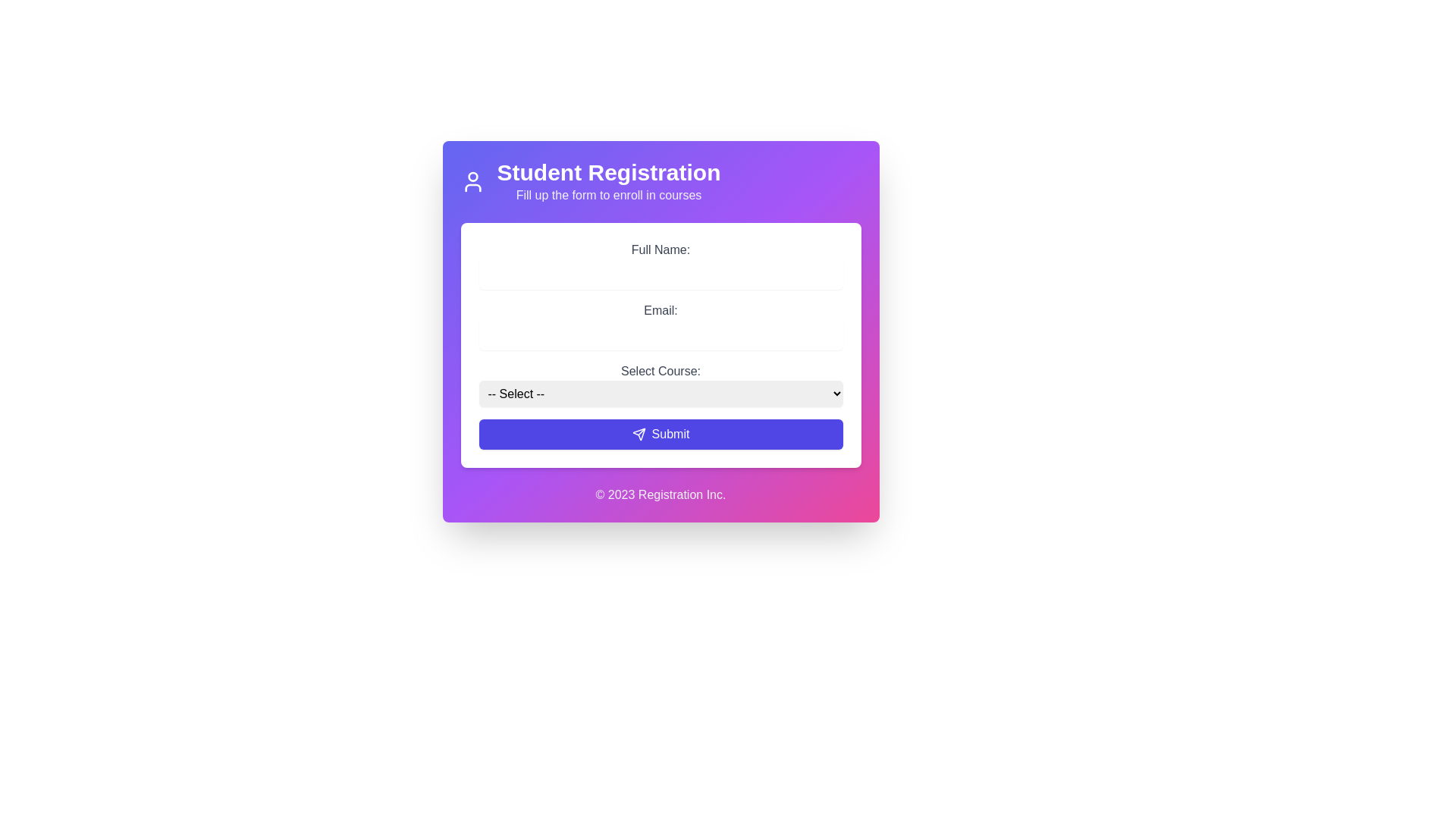 The width and height of the screenshot is (1456, 819). I want to click on the paper airplane icon within the purple 'Submit' button to initiate the action, so click(639, 435).